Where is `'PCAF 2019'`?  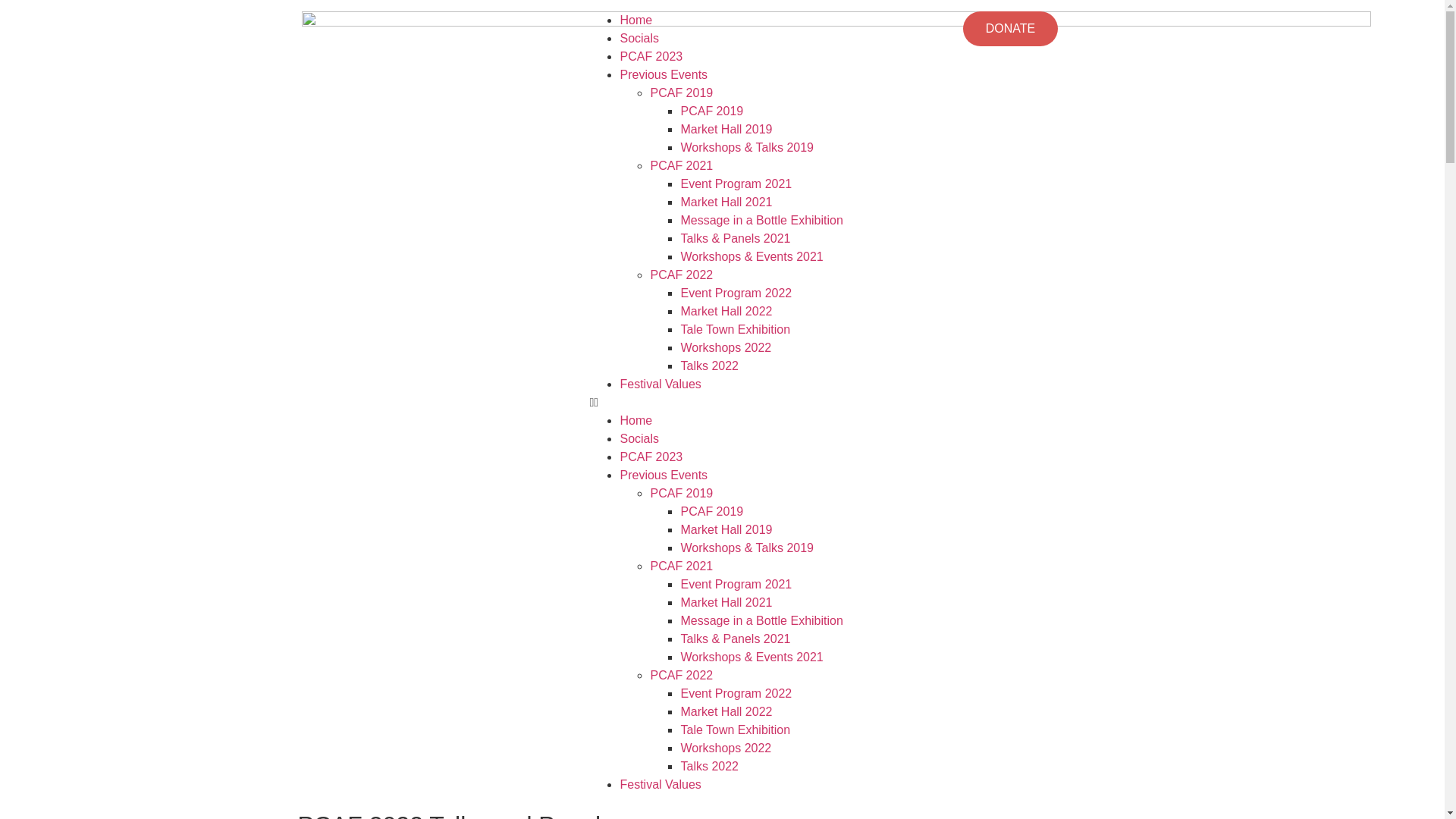 'PCAF 2019' is located at coordinates (650, 93).